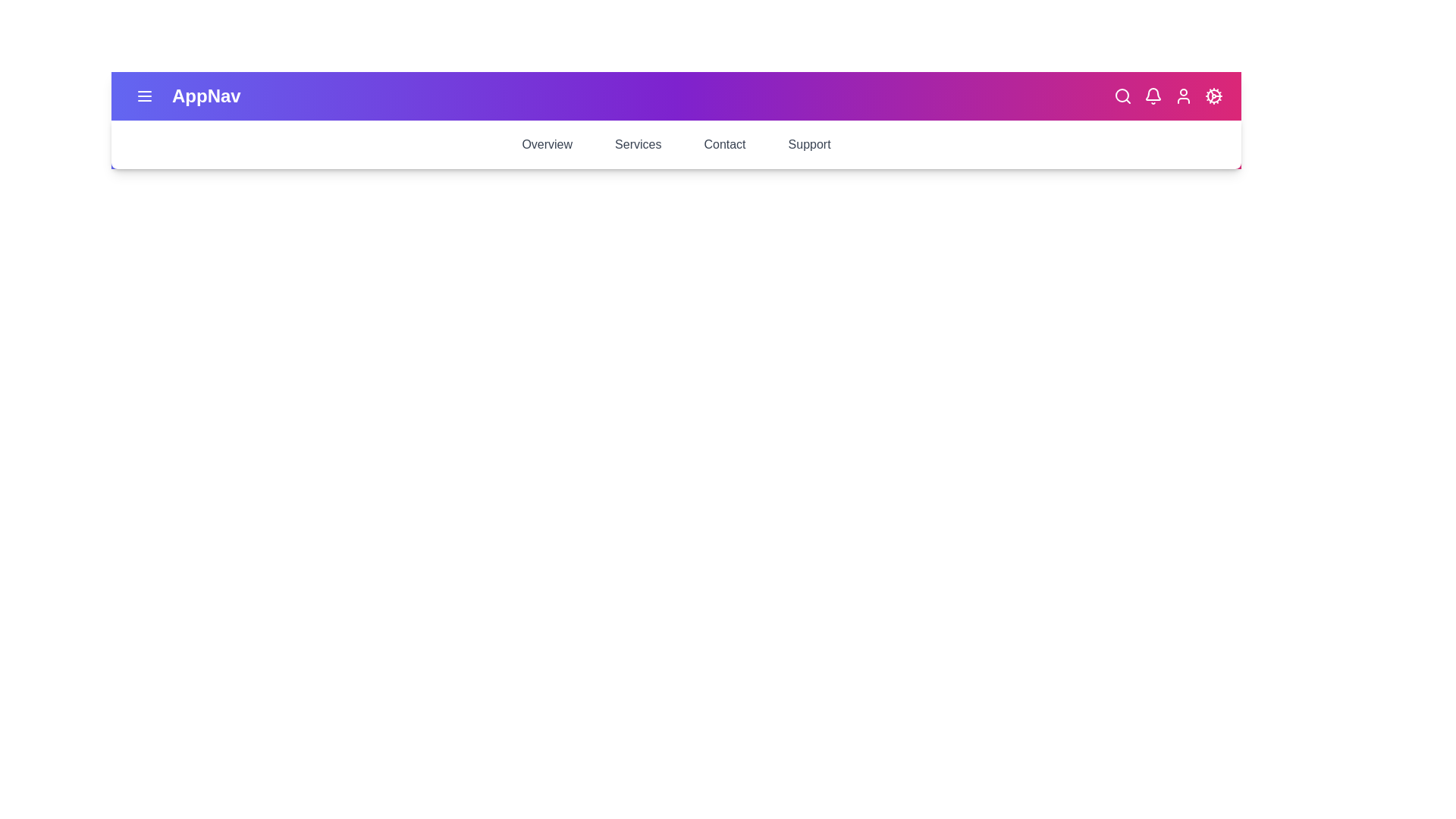 Image resolution: width=1456 pixels, height=819 pixels. Describe the element at coordinates (1153, 96) in the screenshot. I see `the notification bell icon to view notifications` at that location.